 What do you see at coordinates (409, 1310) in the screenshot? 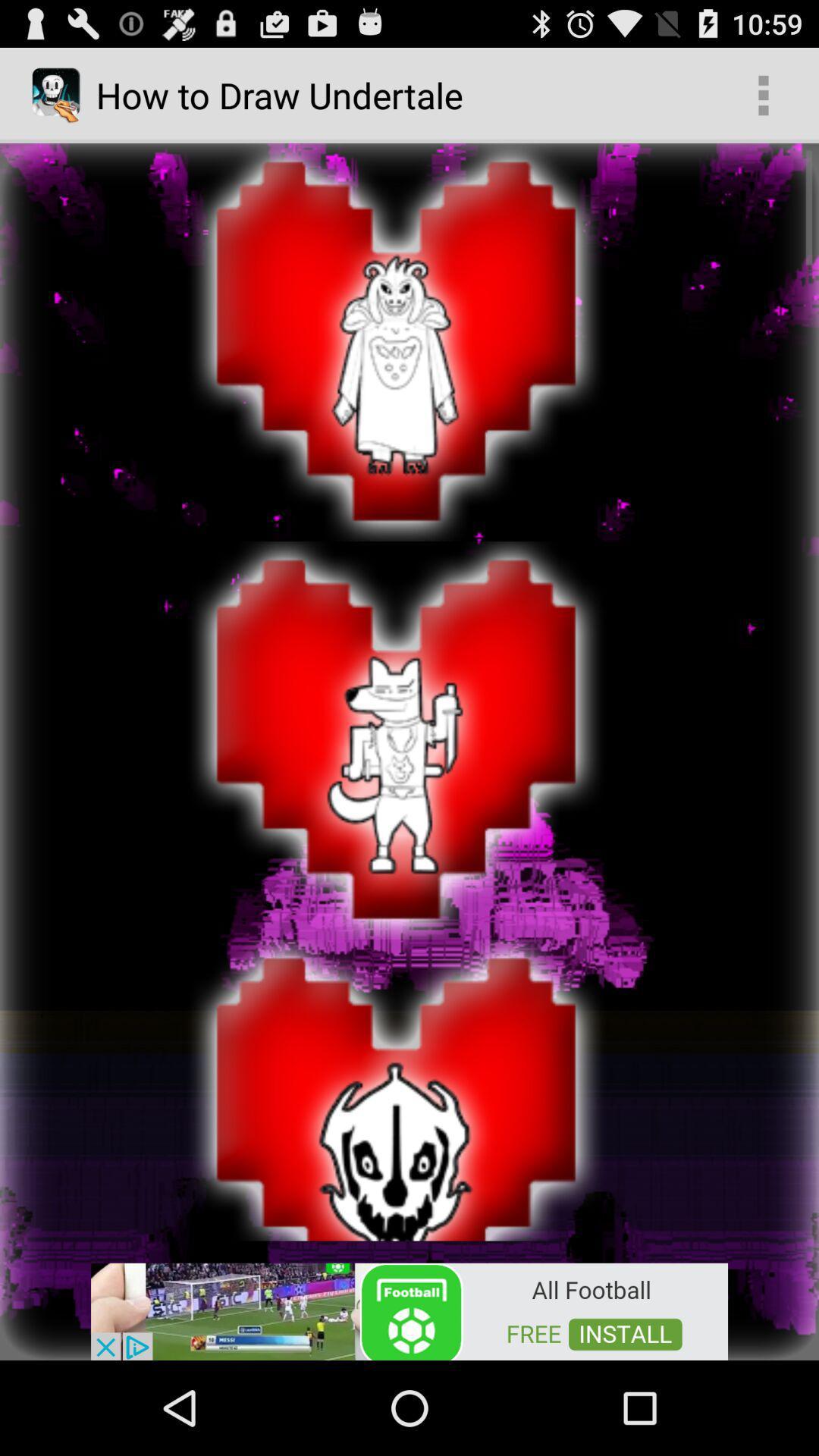
I see `the option` at bounding box center [409, 1310].